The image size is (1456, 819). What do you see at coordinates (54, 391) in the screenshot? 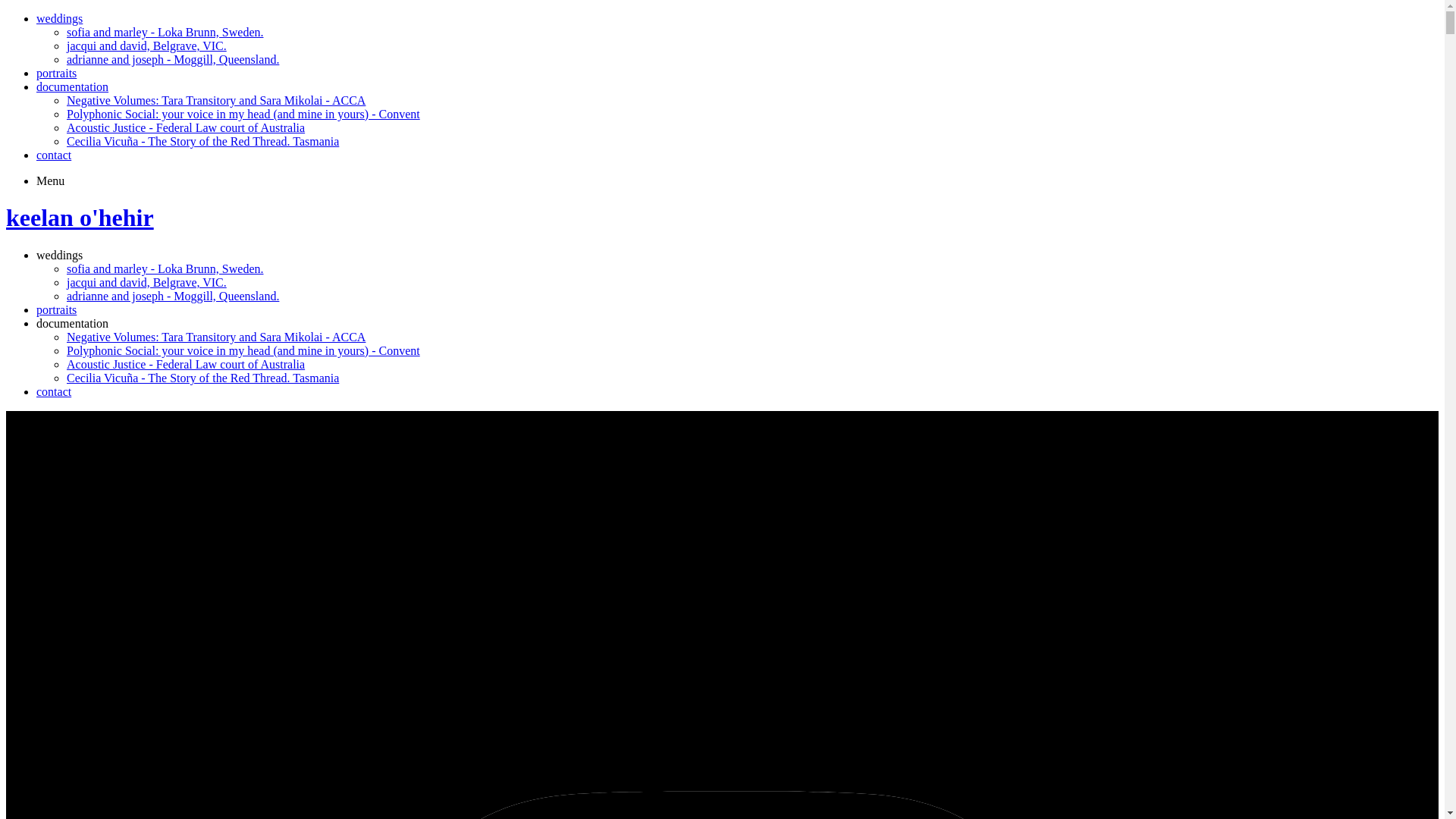
I see `'contact'` at bounding box center [54, 391].